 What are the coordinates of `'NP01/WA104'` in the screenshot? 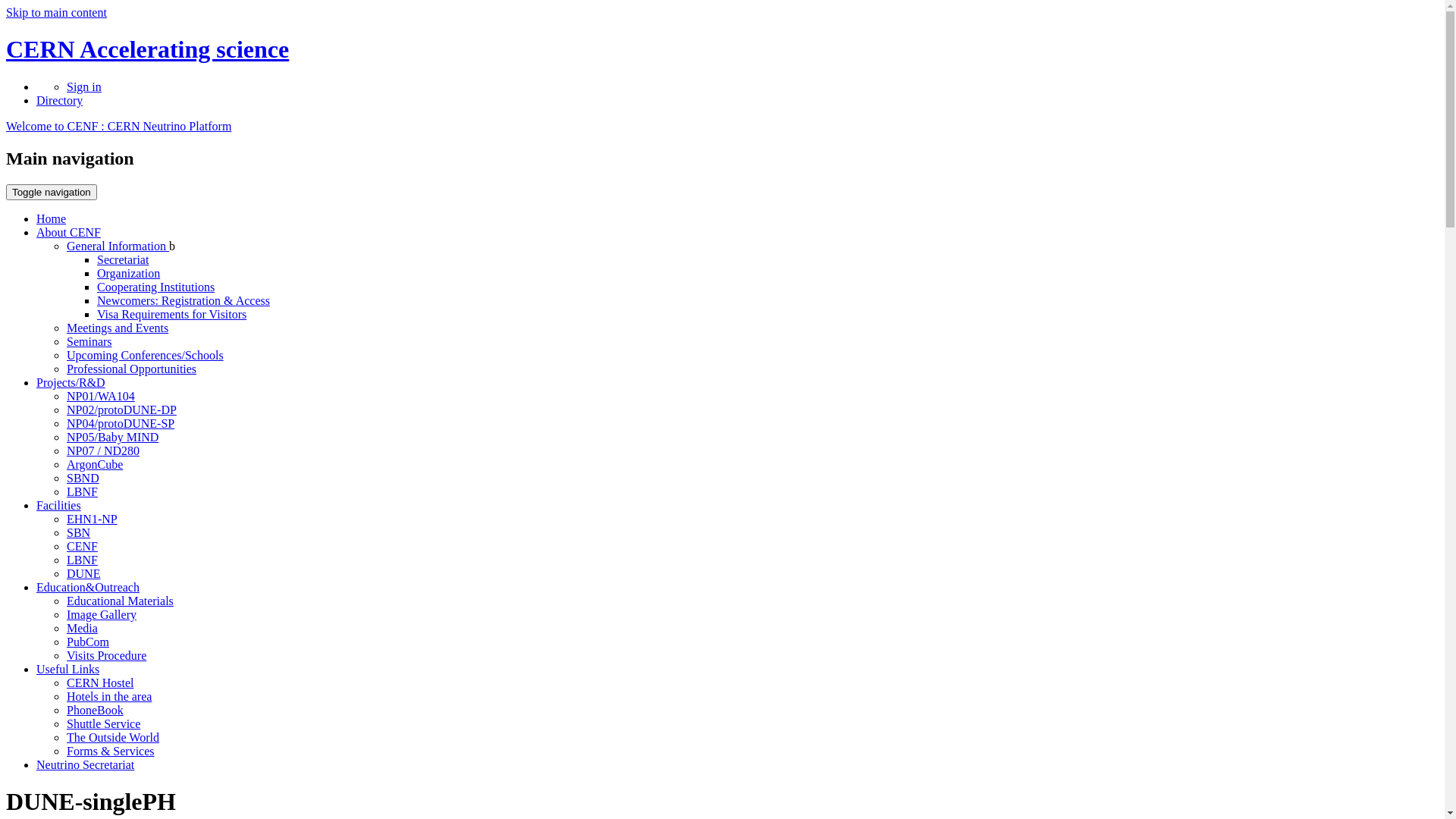 It's located at (65, 395).